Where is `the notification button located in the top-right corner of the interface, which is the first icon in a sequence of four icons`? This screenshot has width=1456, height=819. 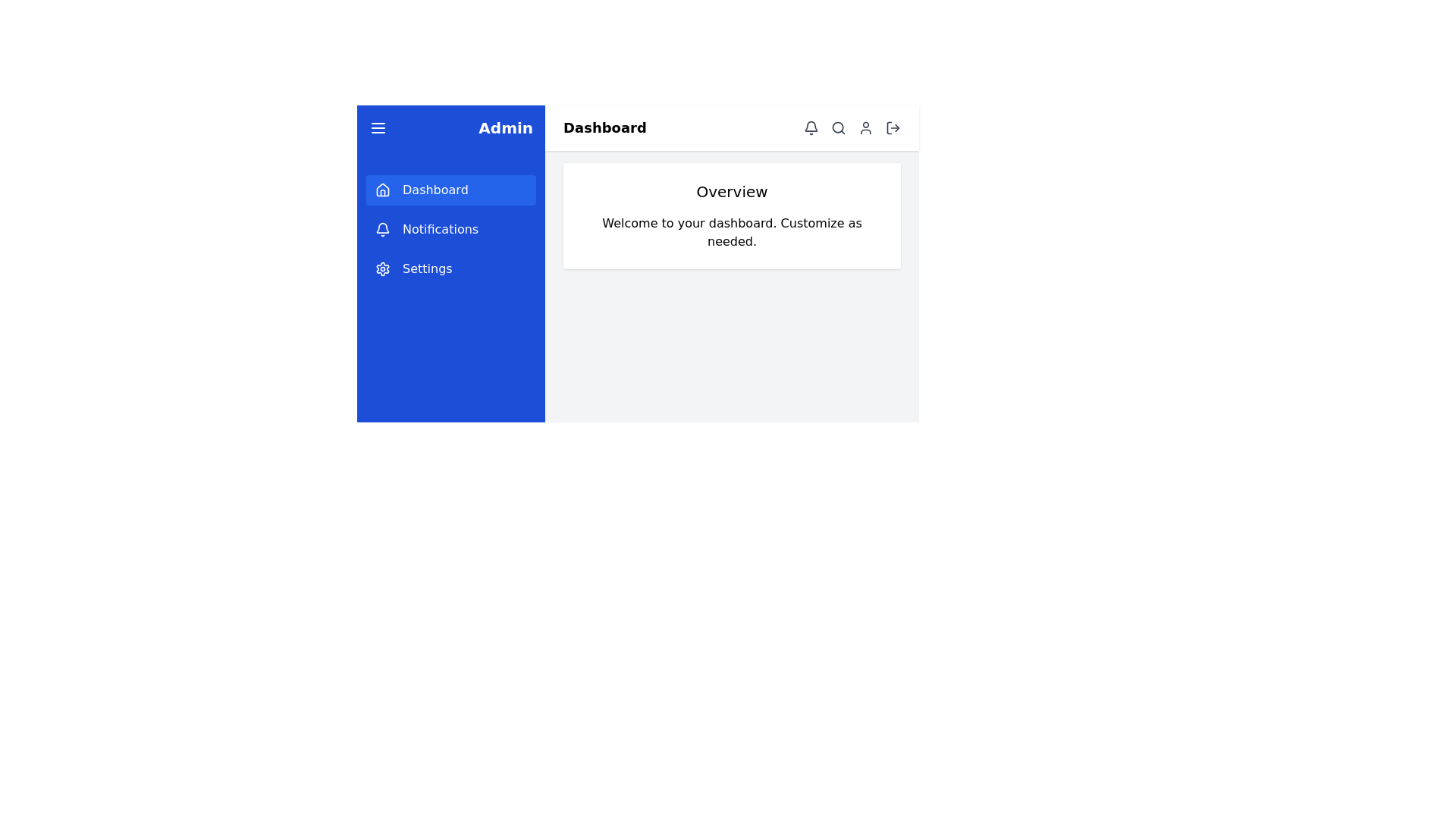
the notification button located in the top-right corner of the interface, which is the first icon in a sequence of four icons is located at coordinates (811, 127).